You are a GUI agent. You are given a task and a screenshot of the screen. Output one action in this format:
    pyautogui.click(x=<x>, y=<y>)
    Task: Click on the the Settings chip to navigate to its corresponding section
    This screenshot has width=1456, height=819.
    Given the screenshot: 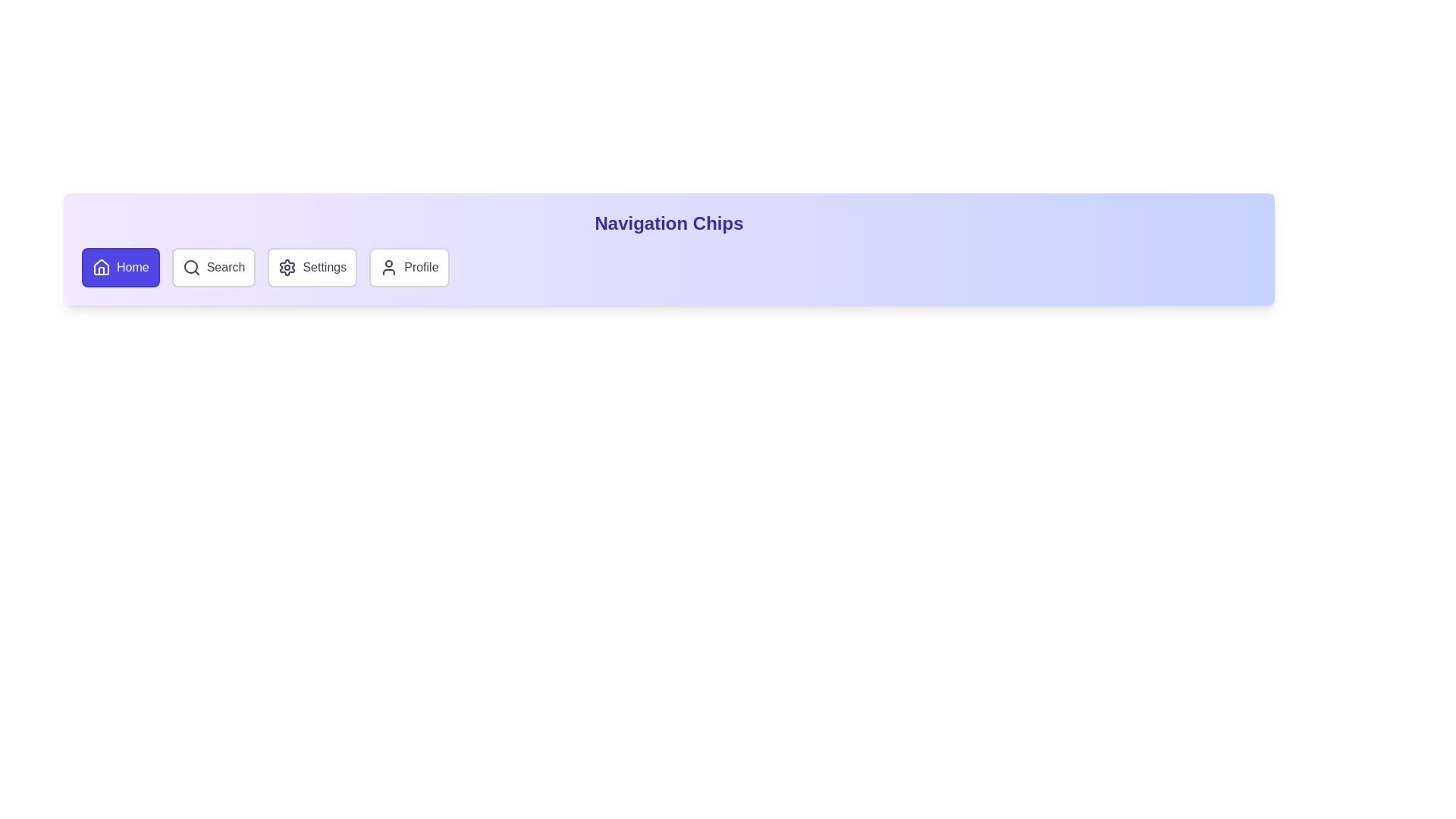 What is the action you would take?
    pyautogui.click(x=312, y=267)
    